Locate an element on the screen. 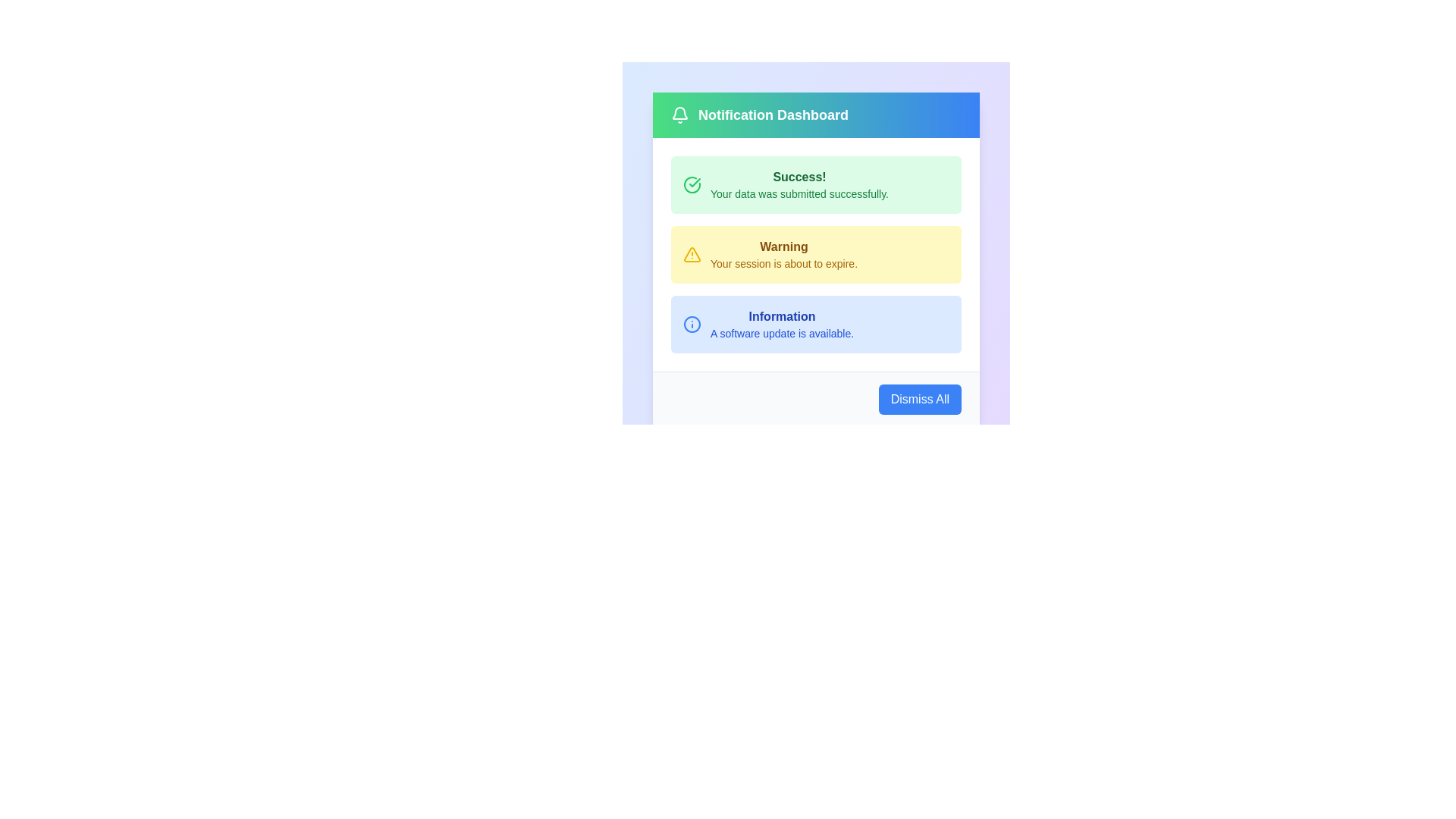  the bell icon with a green background and white outline located to the left of the 'Notification Dashboard' text in the header section is located at coordinates (679, 114).